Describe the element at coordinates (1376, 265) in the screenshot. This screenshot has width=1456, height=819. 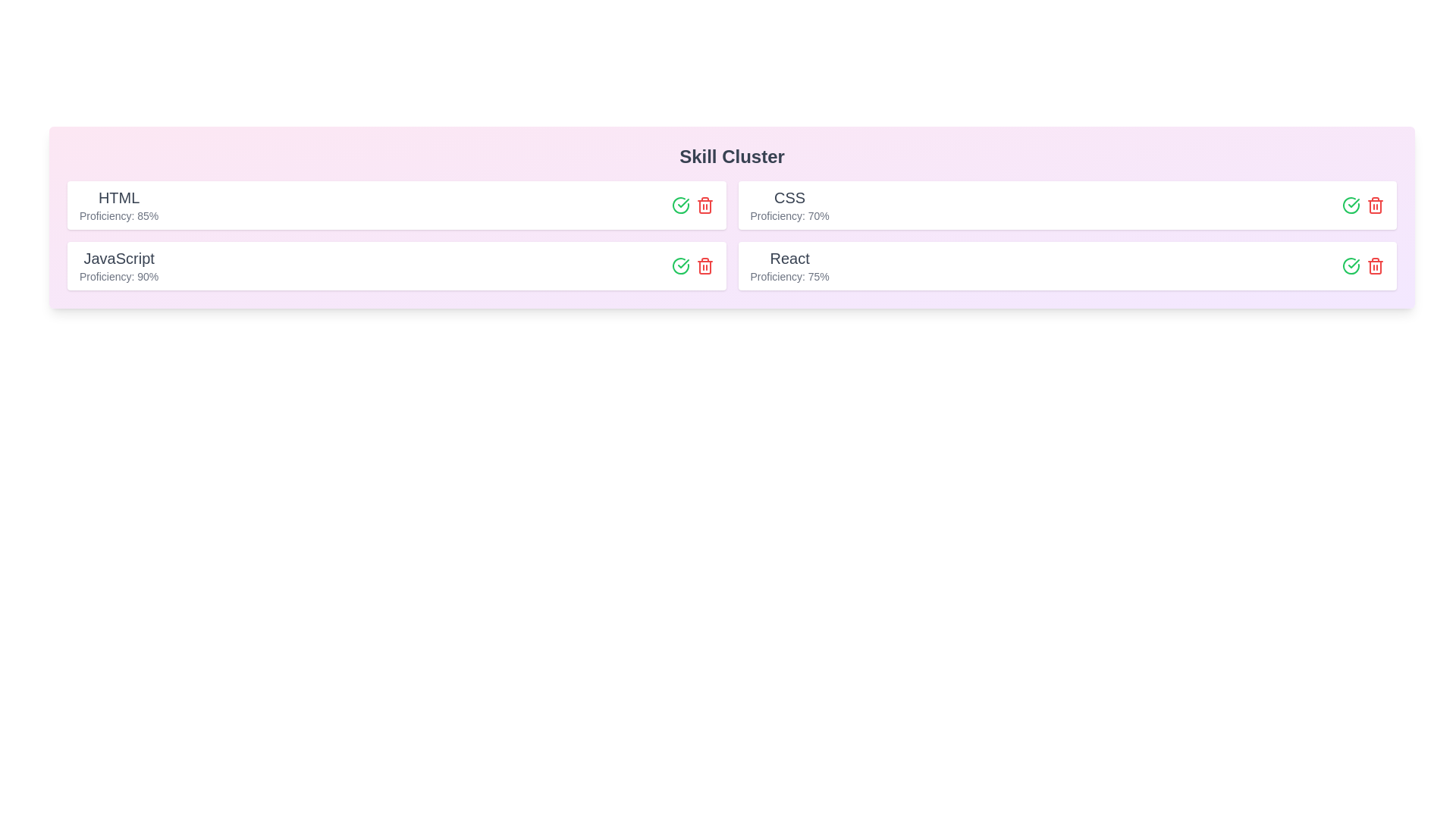
I see `remove button for the item labeled React` at that location.